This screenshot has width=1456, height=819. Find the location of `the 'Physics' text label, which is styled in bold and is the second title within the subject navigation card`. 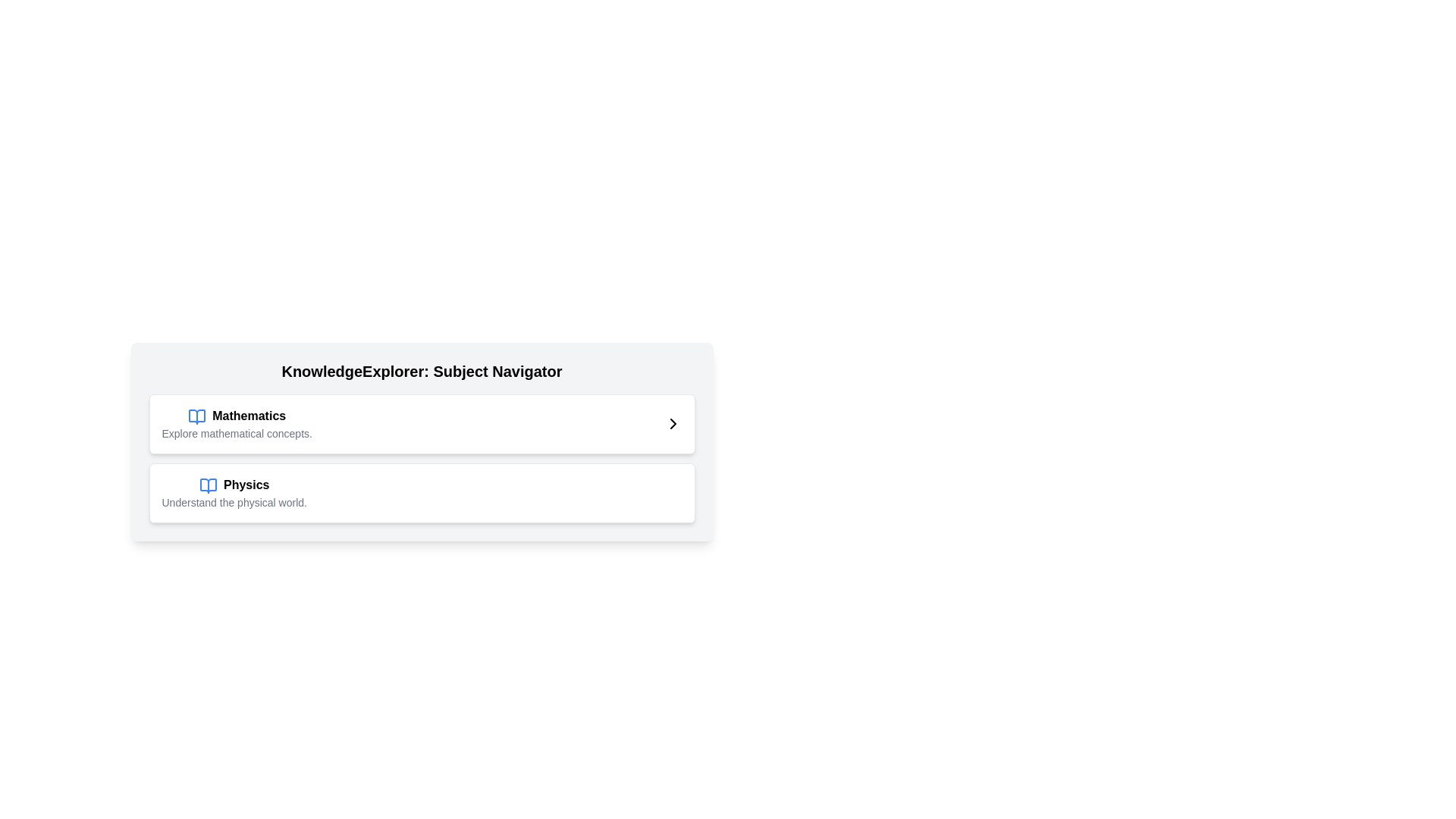

the 'Physics' text label, which is styled in bold and is the second title within the subject navigation card is located at coordinates (246, 485).